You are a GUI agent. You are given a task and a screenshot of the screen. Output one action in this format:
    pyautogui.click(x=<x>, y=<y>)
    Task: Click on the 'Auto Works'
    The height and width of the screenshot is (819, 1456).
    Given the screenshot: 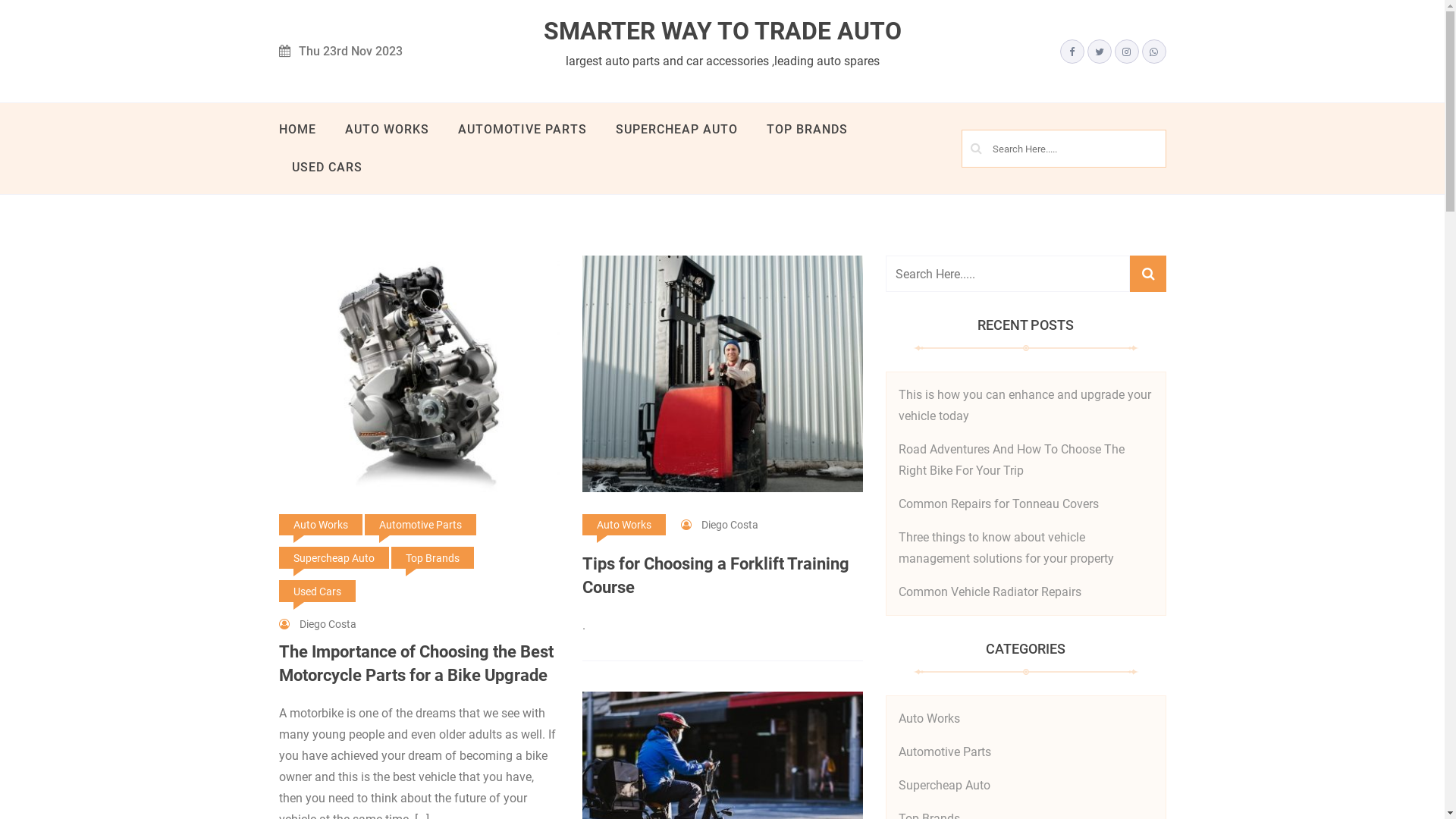 What is the action you would take?
    pyautogui.click(x=319, y=524)
    